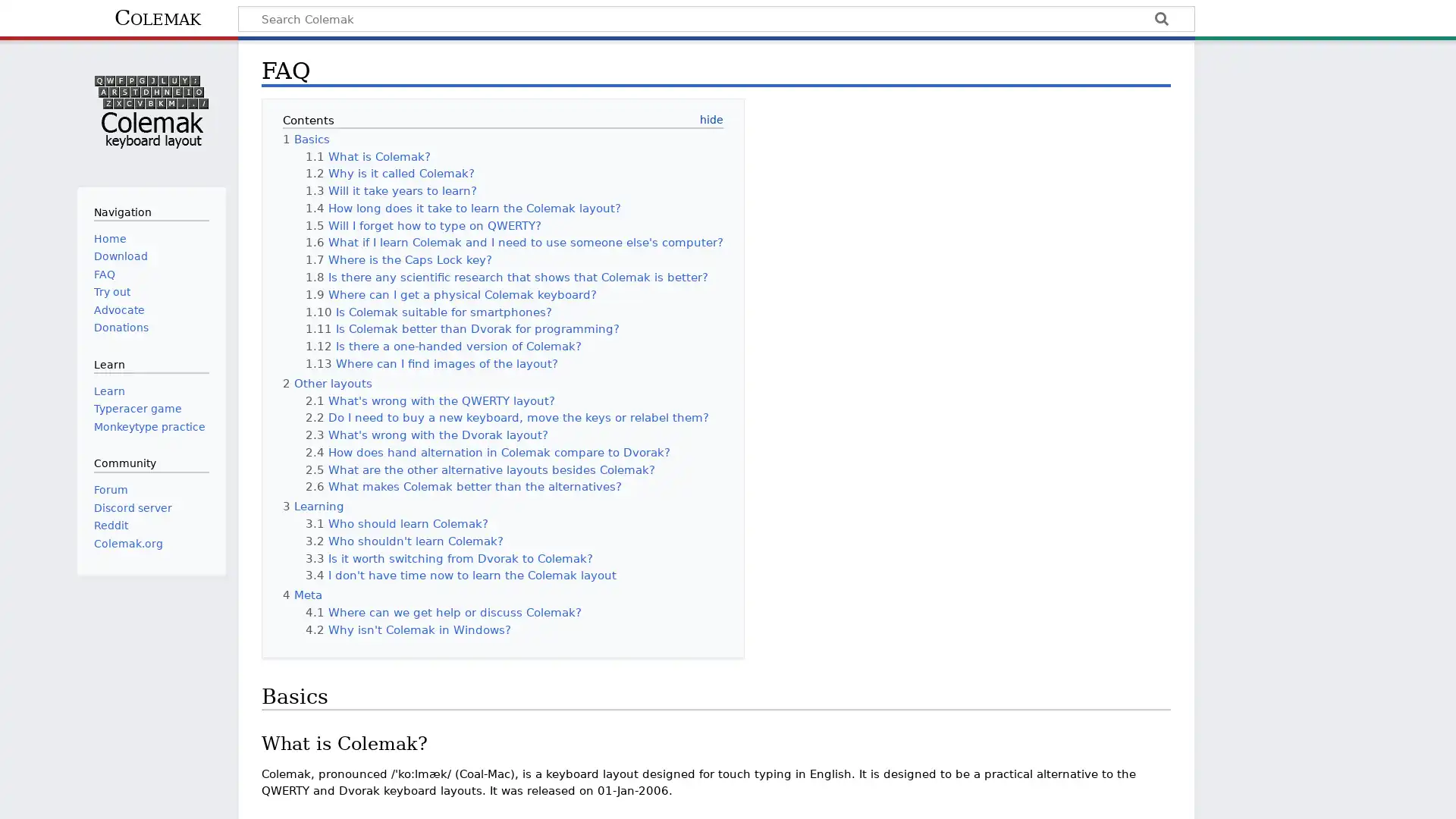 The image size is (1456, 819). I want to click on Search, so click(1160, 20).